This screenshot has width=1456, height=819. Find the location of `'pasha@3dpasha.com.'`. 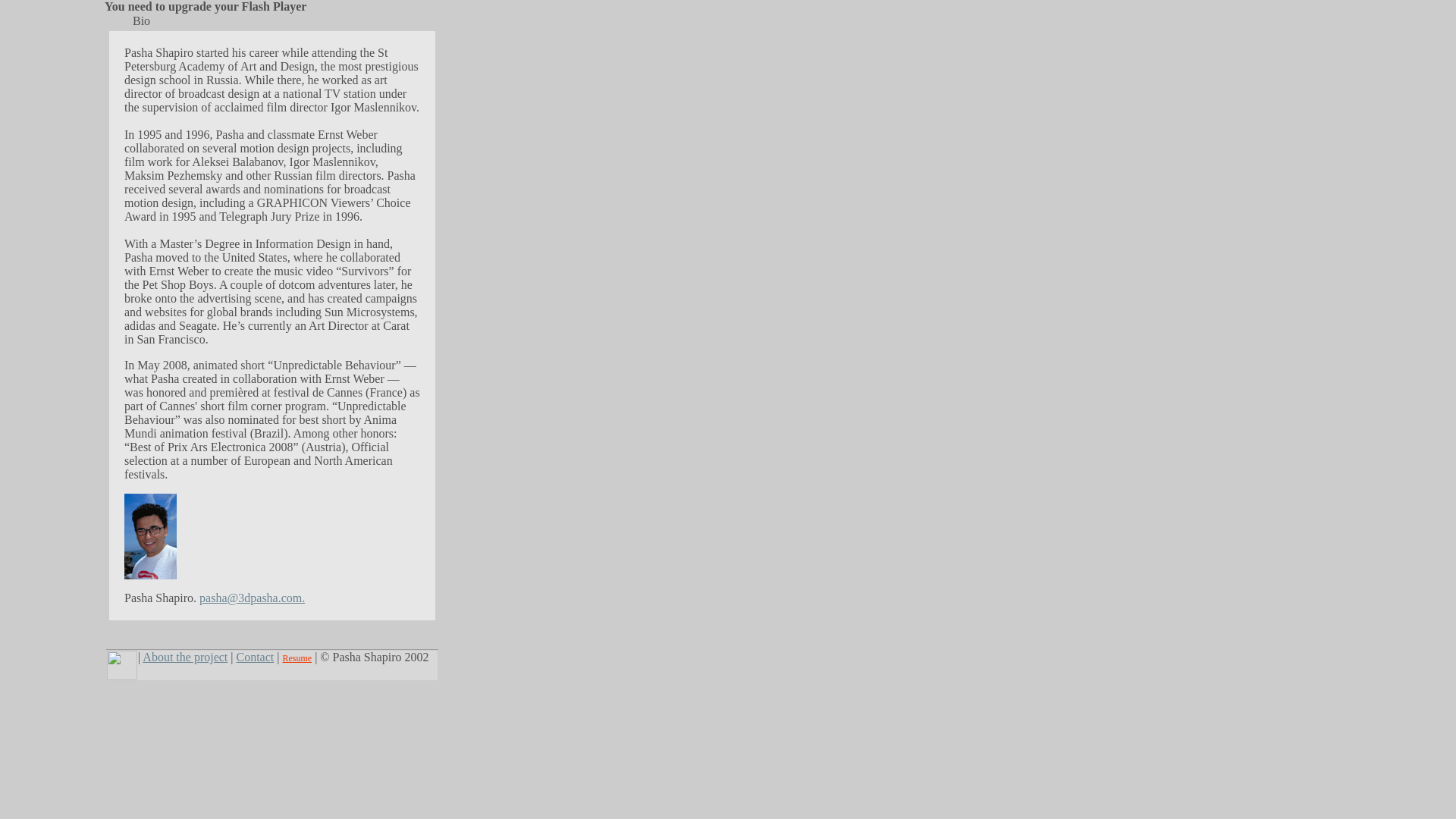

'pasha@3dpasha.com.' is located at coordinates (252, 597).